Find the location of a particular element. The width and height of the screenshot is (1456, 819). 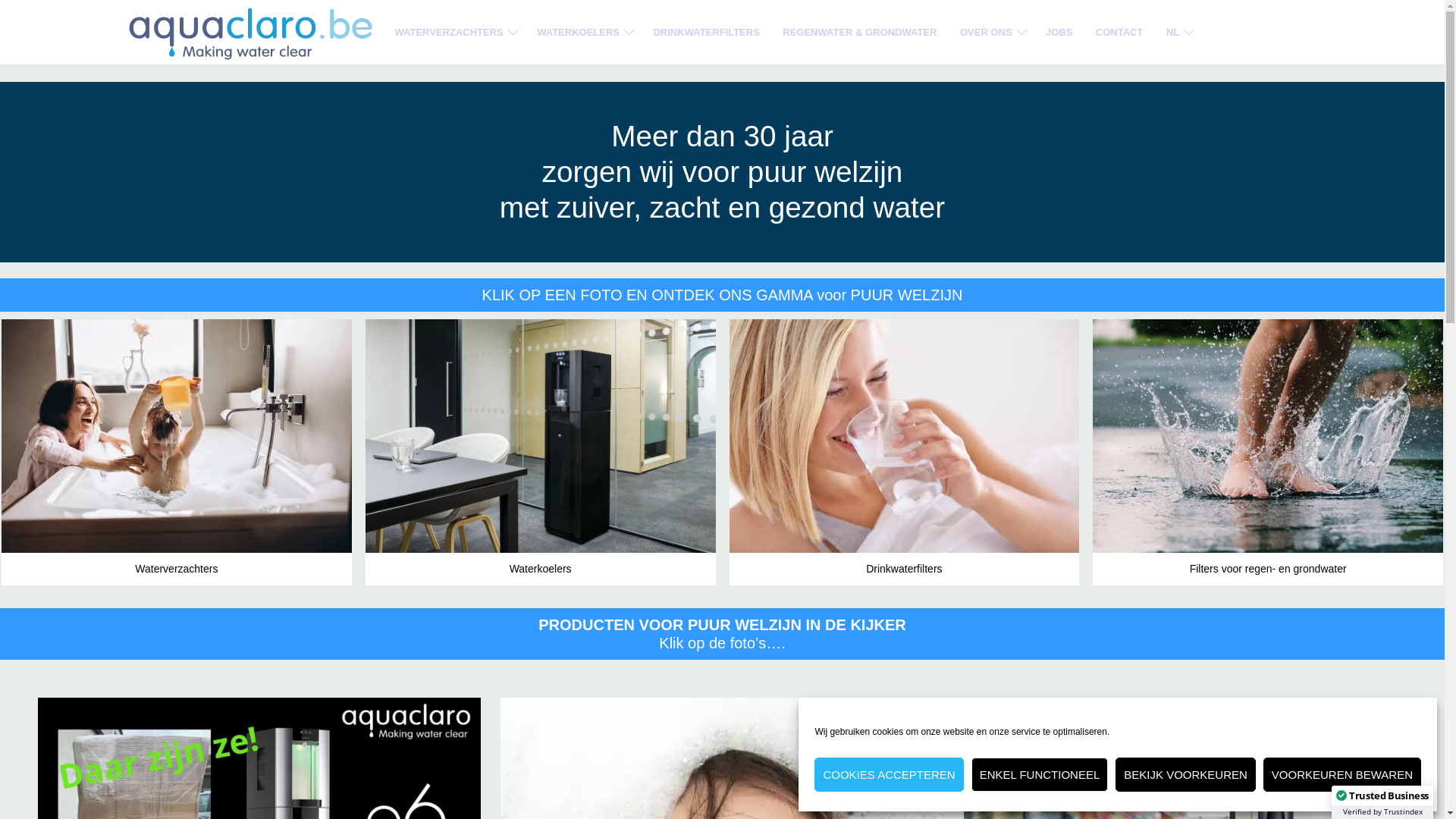

'VOORKEUREN BEWAREN' is located at coordinates (1342, 774).